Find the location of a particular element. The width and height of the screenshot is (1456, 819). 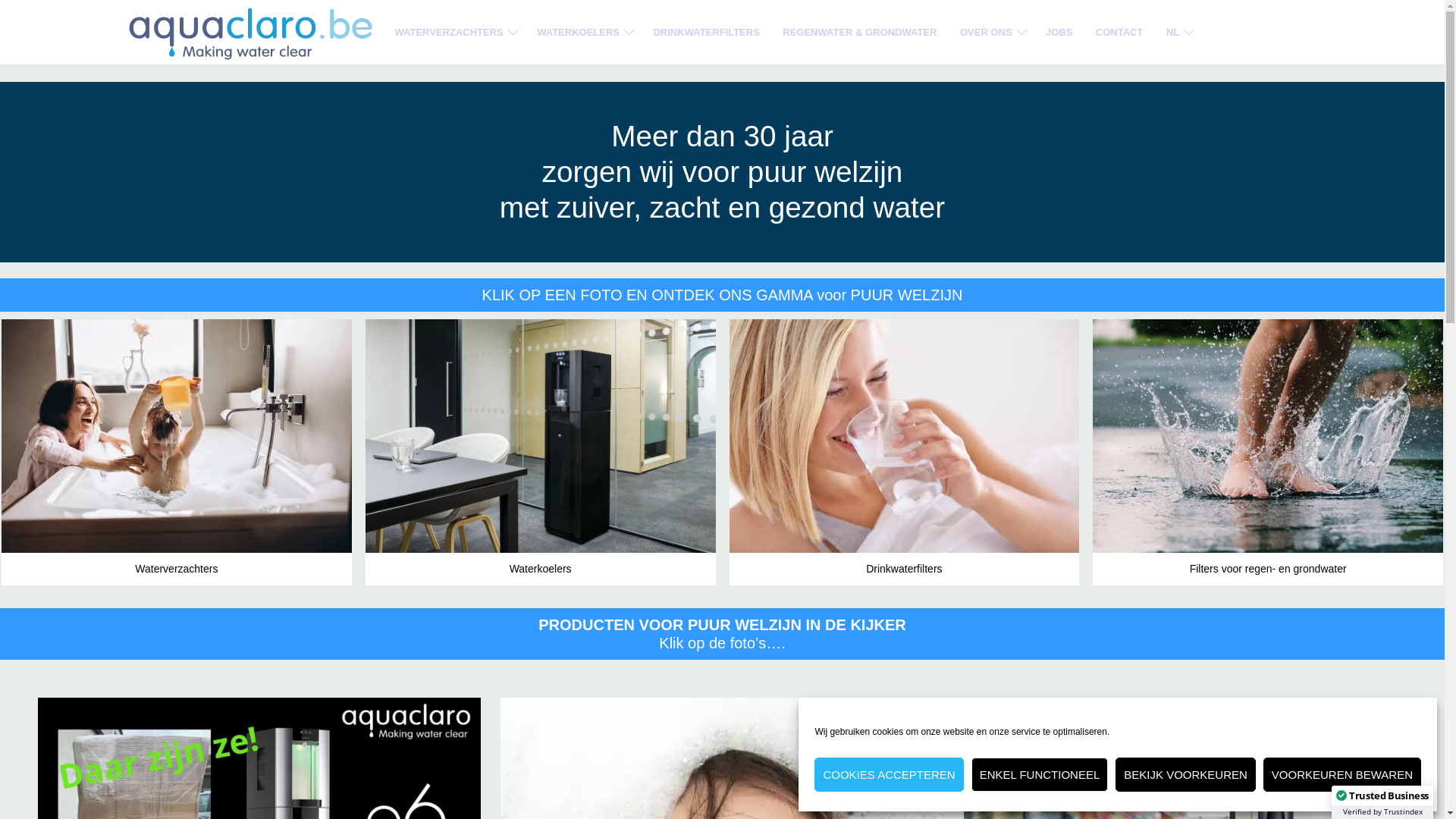

'VOORKEUREN BEWAREN' is located at coordinates (1342, 774).